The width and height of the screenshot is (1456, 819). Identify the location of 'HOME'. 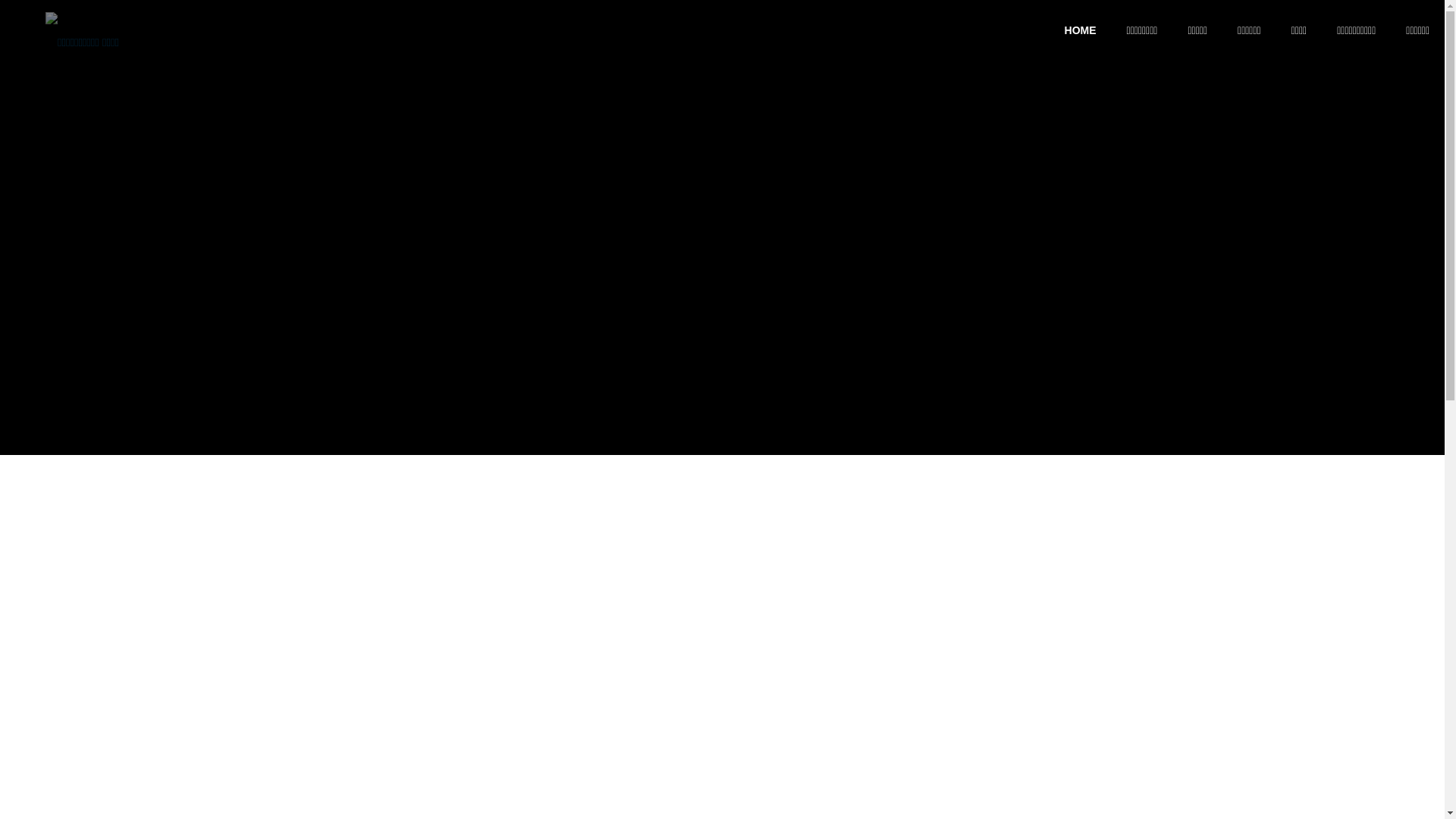
(1080, 30).